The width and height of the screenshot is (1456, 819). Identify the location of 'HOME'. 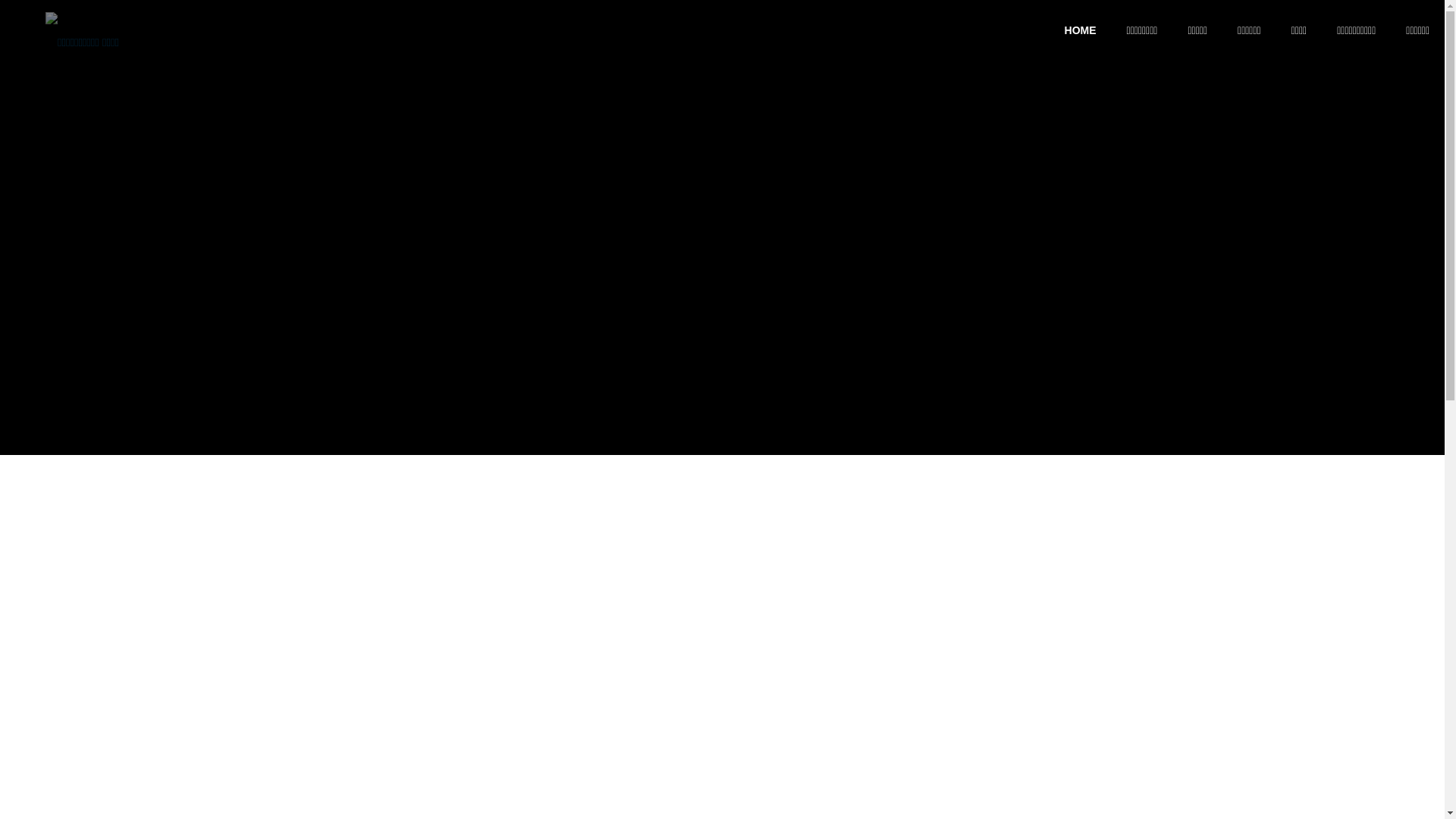
(1080, 30).